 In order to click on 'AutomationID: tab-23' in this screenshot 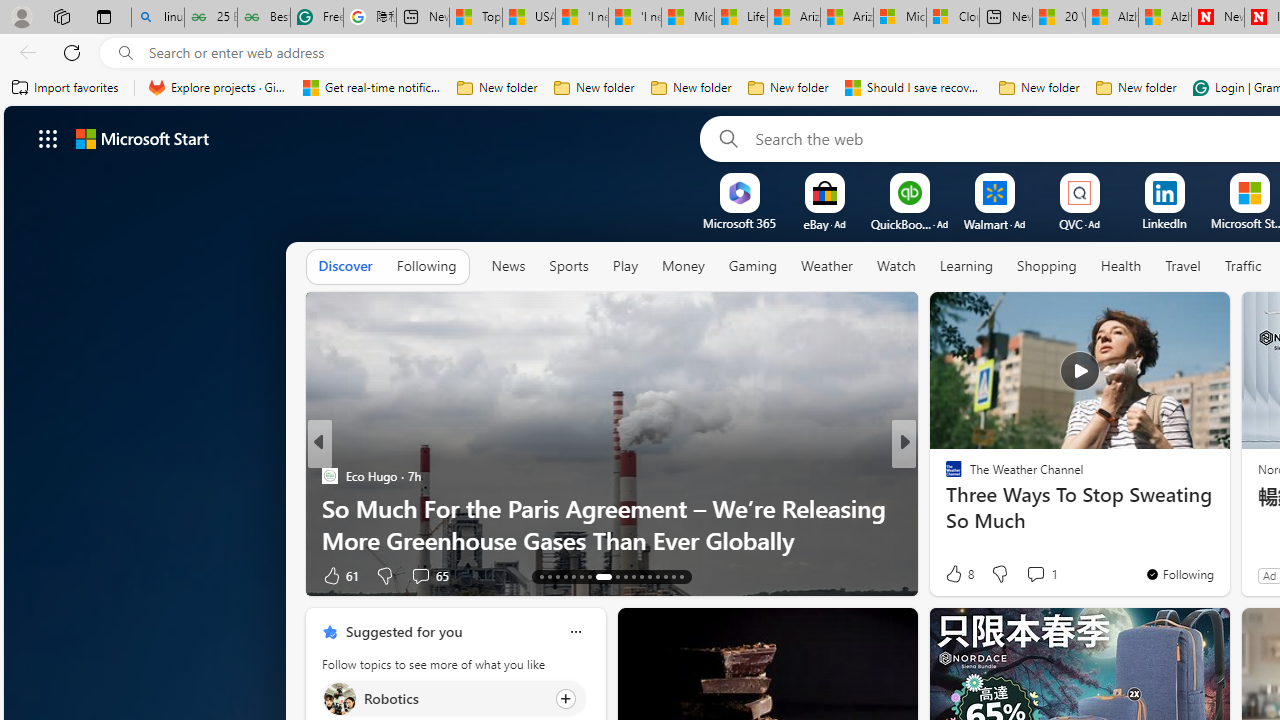, I will do `click(631, 577)`.